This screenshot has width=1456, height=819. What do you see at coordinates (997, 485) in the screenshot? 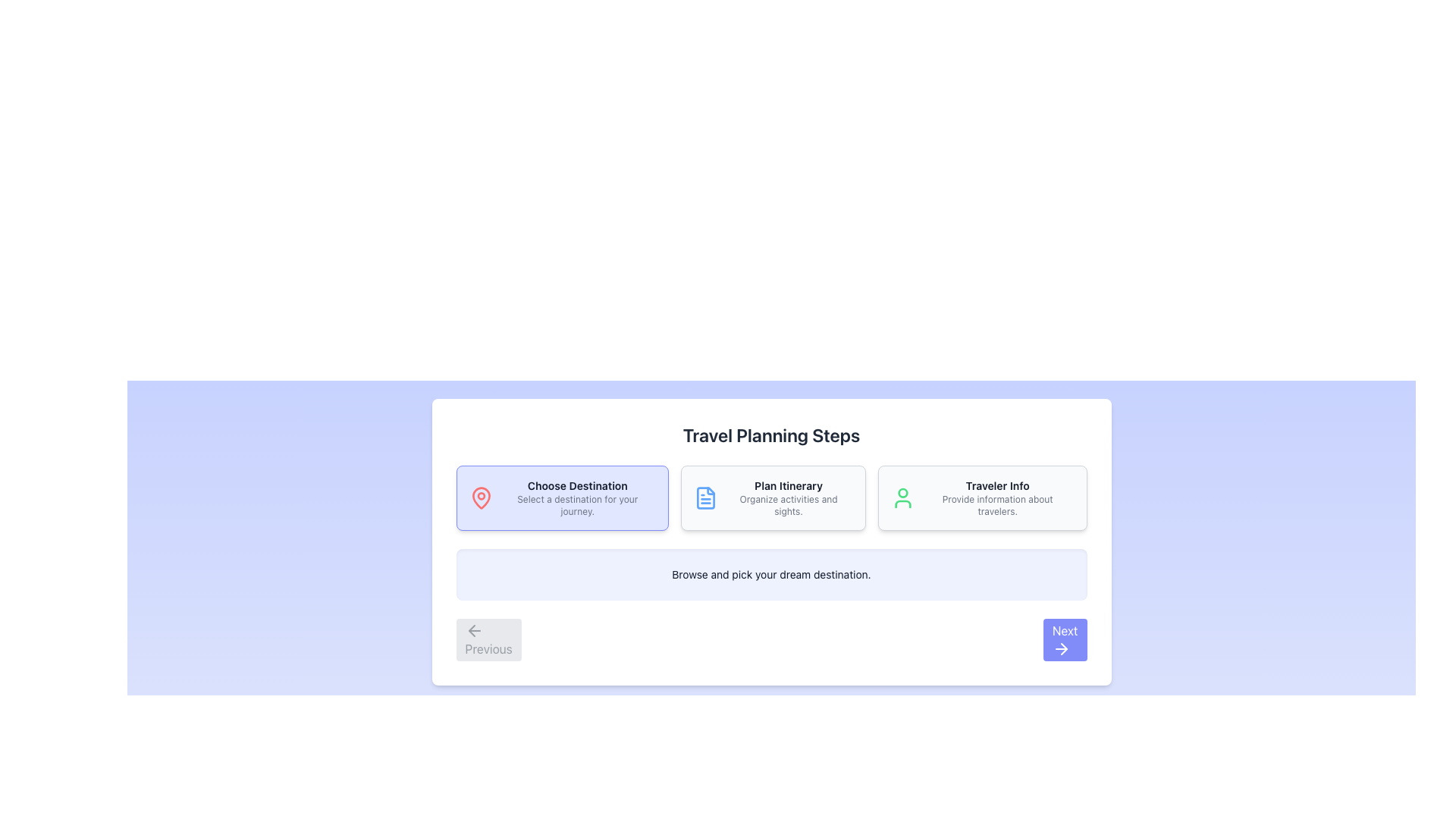
I see `the title text label located at the top of the rightmost tile in the horizontal layout beneath 'Travel Planning Steps'` at bounding box center [997, 485].